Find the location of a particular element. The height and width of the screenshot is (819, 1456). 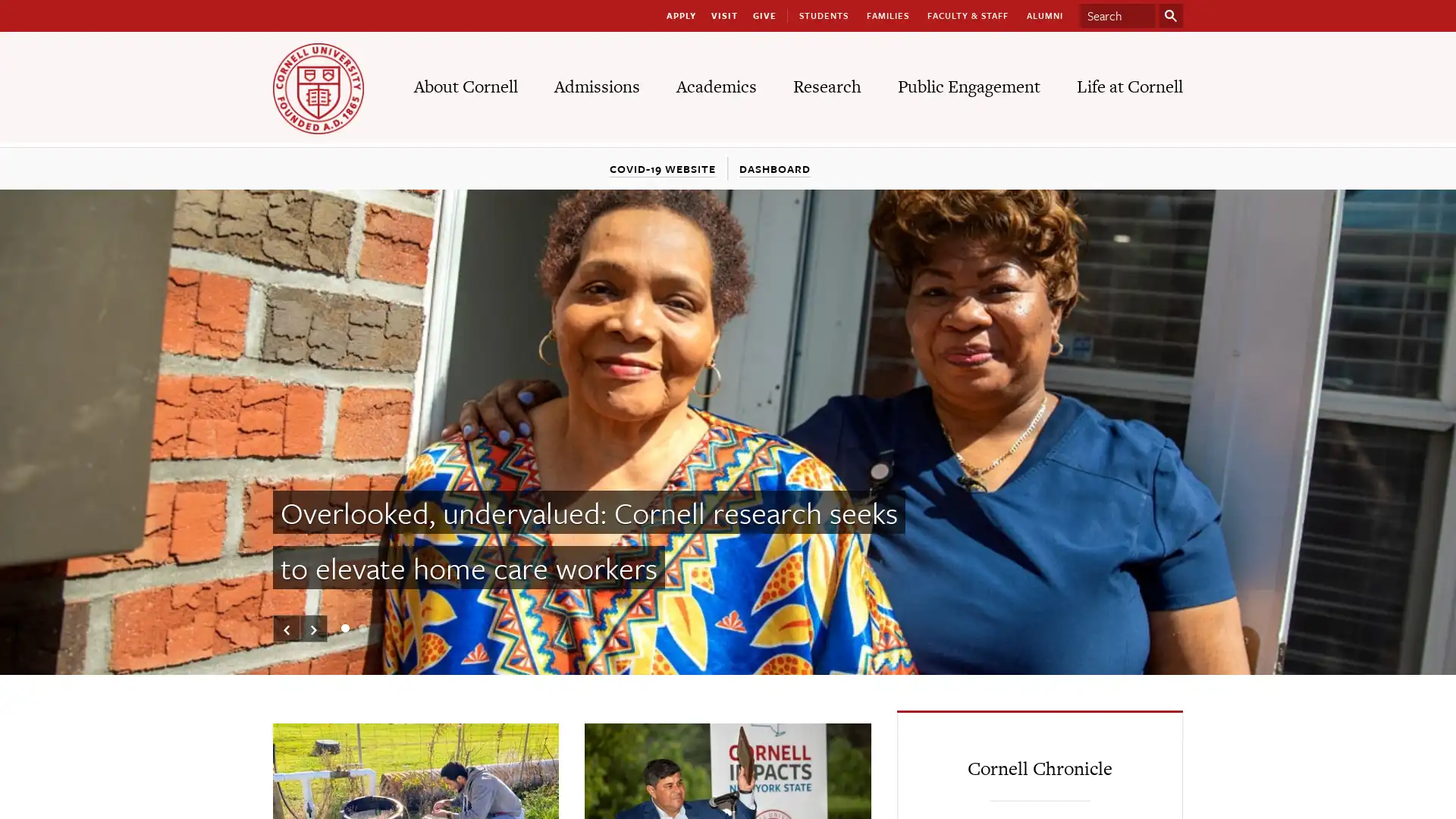

Next slide is located at coordinates (312, 629).